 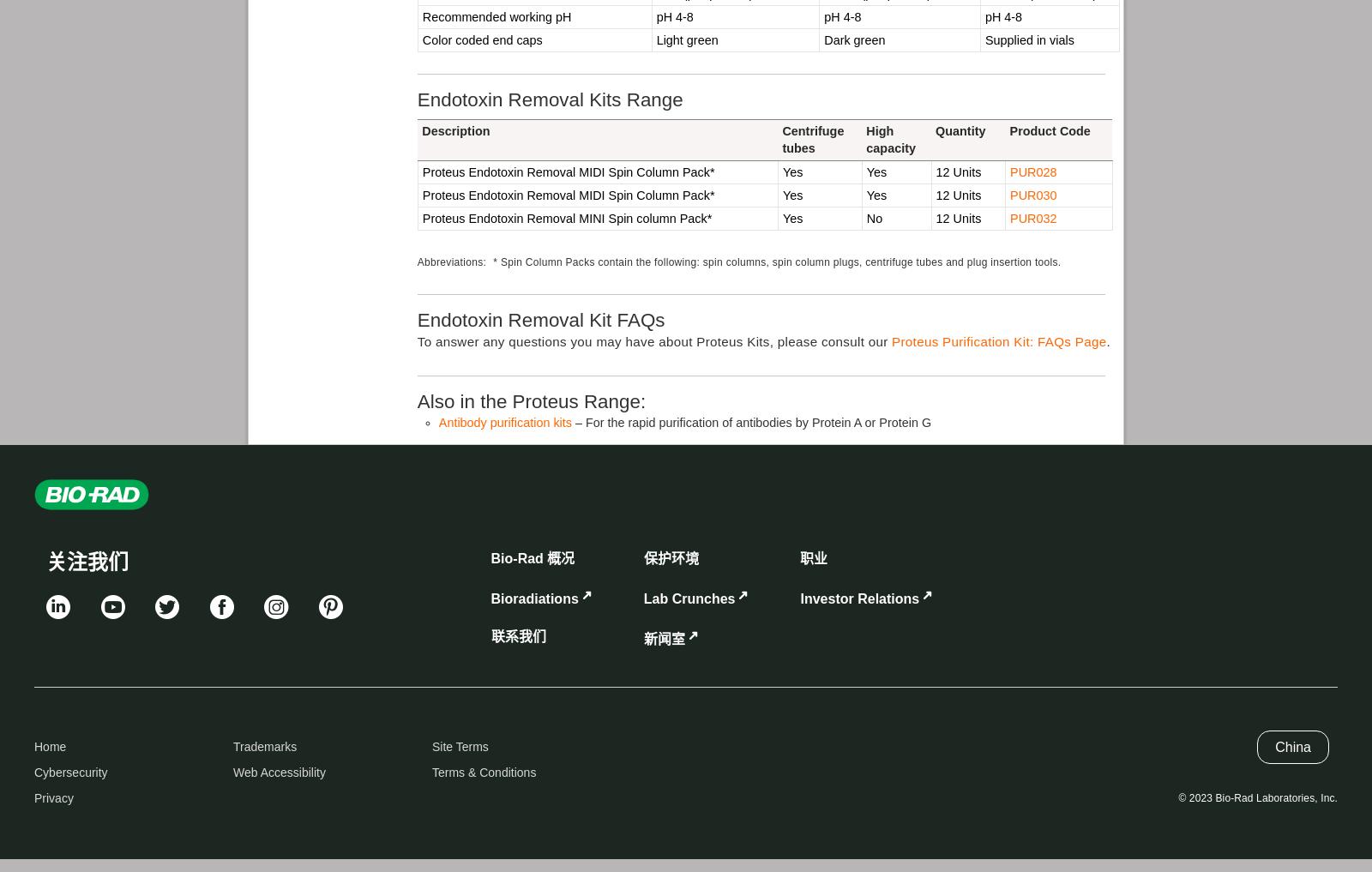 What do you see at coordinates (812, 129) in the screenshot?
I see `'Centrifuge'` at bounding box center [812, 129].